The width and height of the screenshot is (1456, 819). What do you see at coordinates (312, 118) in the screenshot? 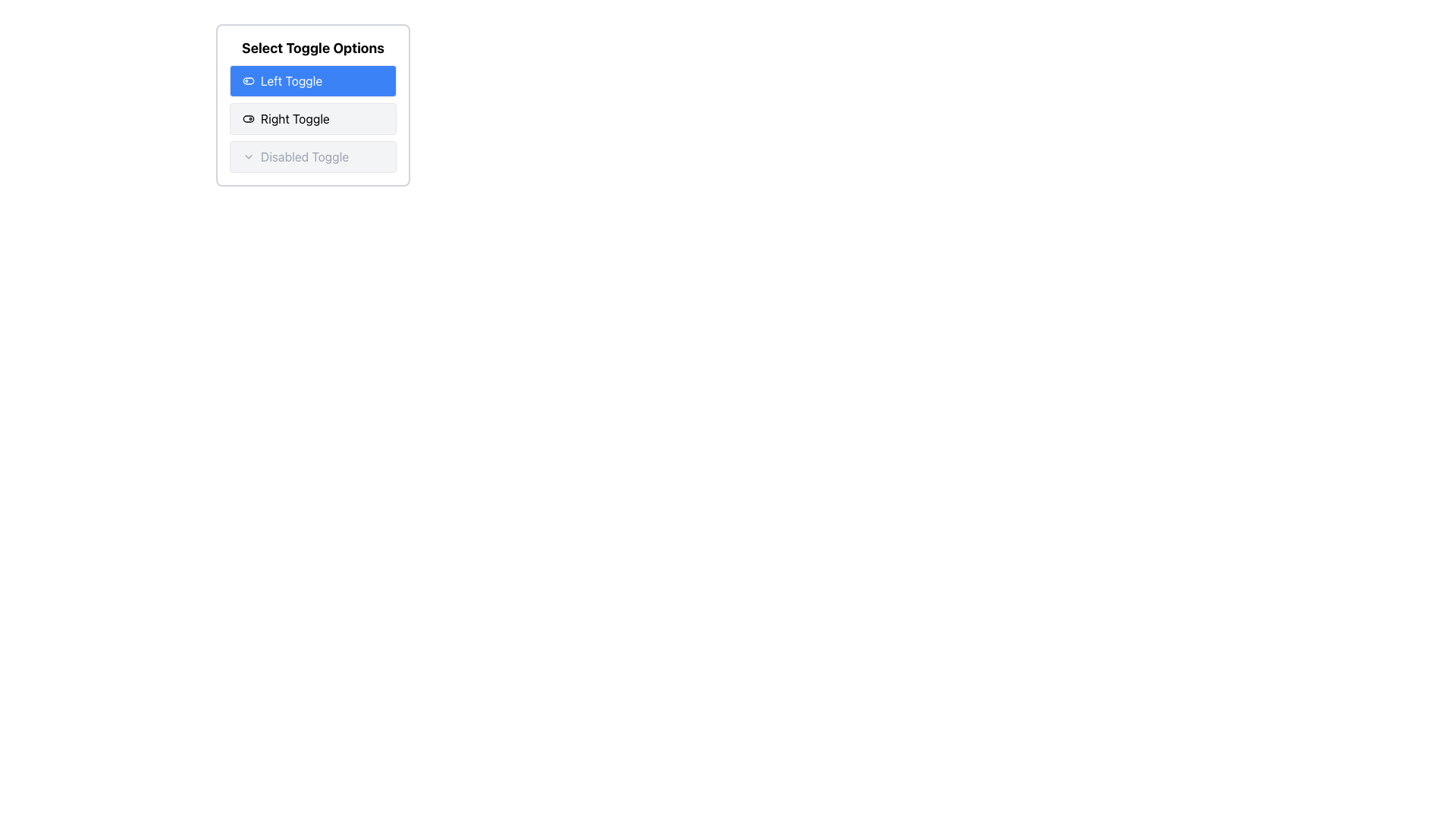
I see `the 'Right Toggle' button in the toggle group` at bounding box center [312, 118].